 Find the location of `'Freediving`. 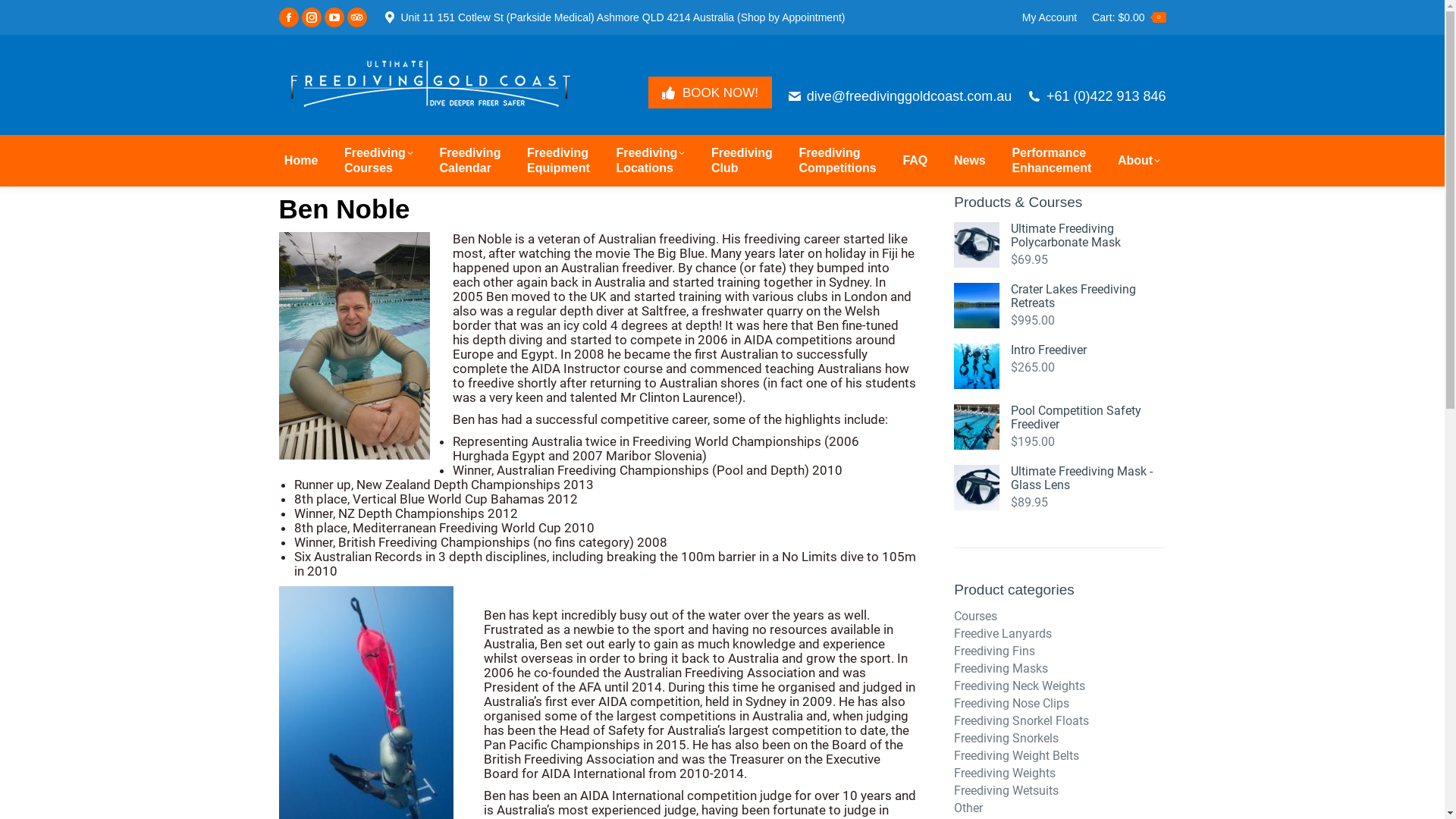

'Freediving is located at coordinates (710, 161).